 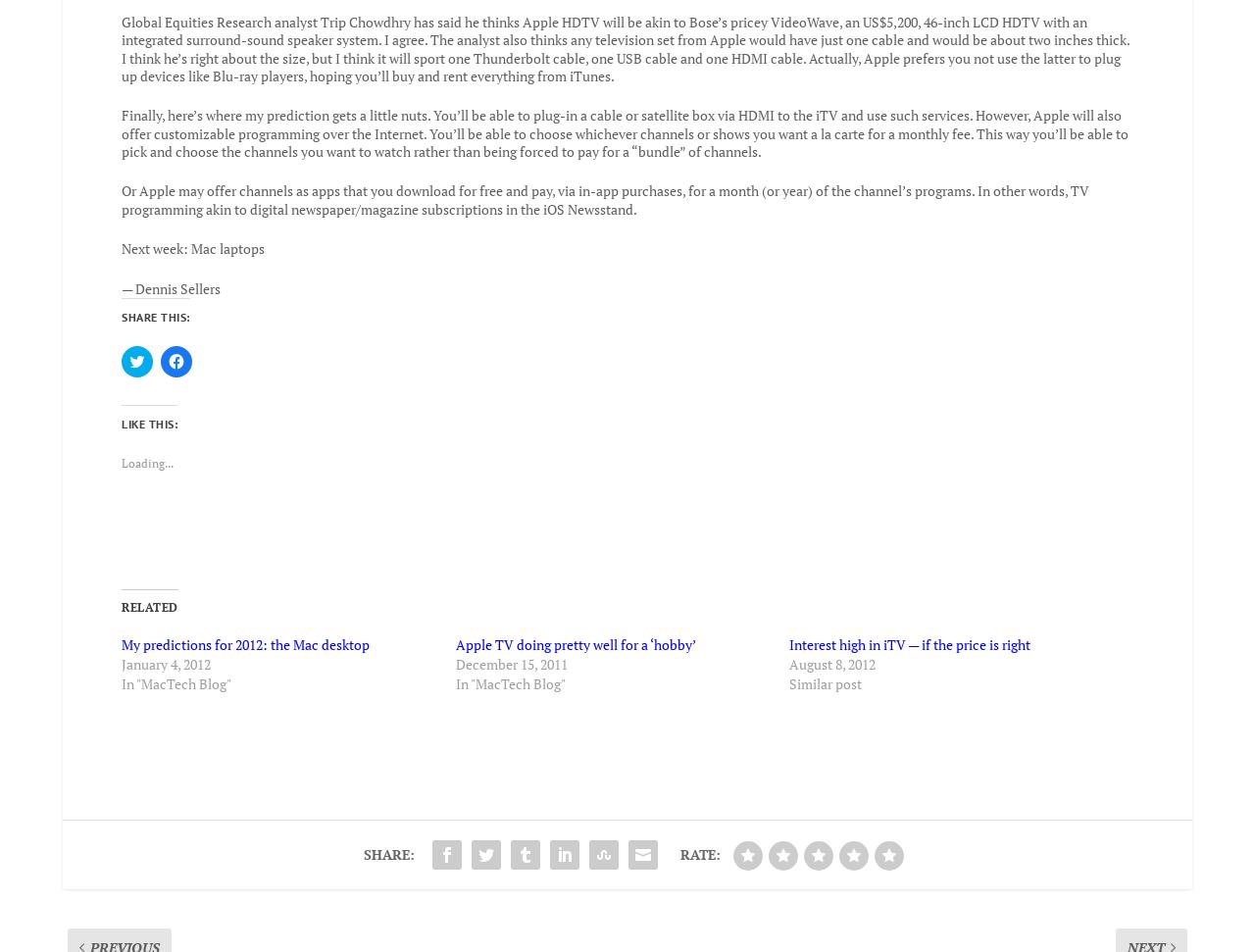 I want to click on 'Or Apple may offer channels as apps that you download for free and pay, via in-app purchases, for a month (or year) of the channel’s programs. In other words, TV programming akin to digital newspaper/magazine subscriptions in the iOS Newsstand.', so click(x=604, y=185).